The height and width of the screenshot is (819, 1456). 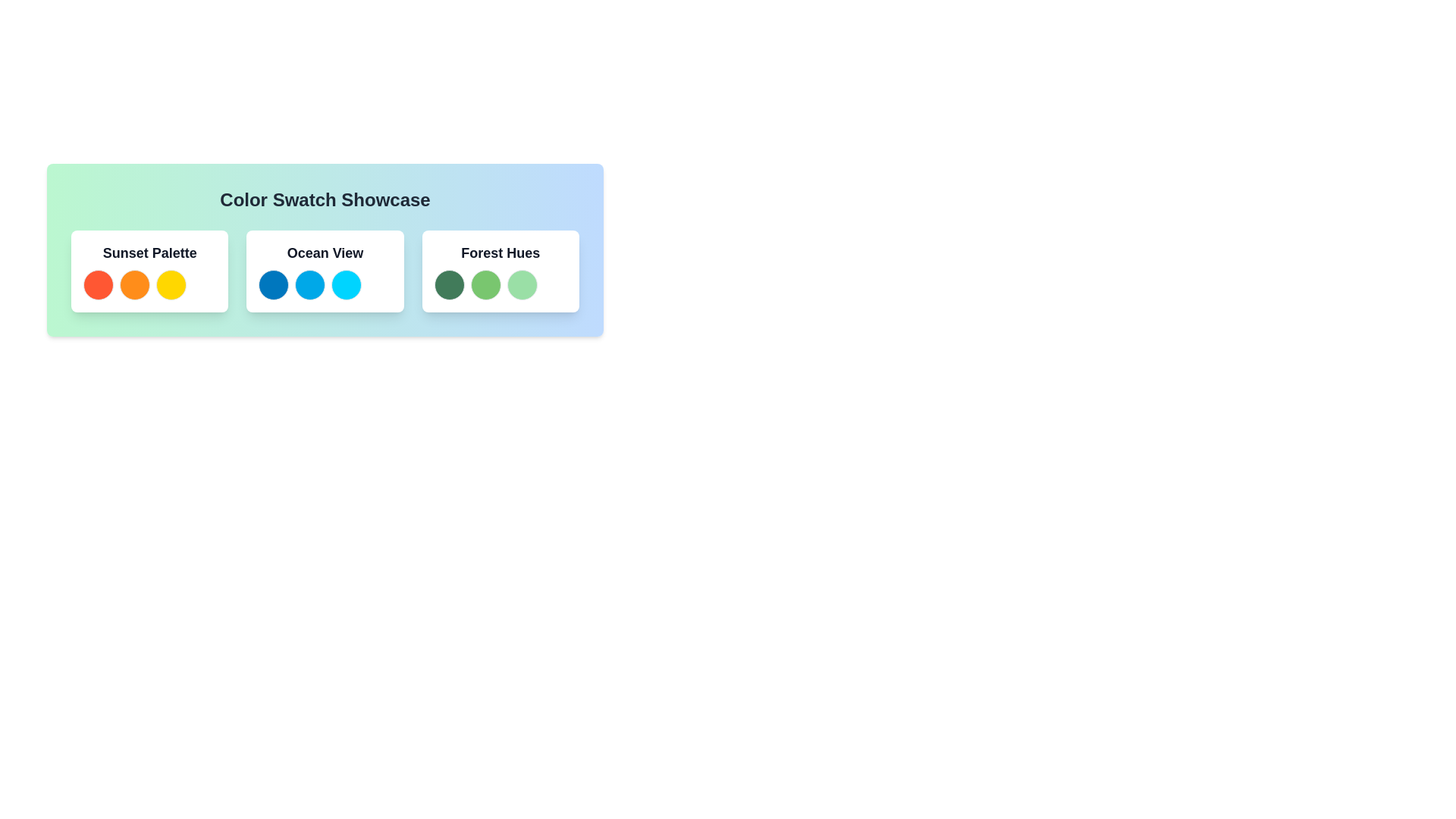 What do you see at coordinates (309, 284) in the screenshot?
I see `the second circular color swatch representing a specific blue color within the 'Ocean View' theme` at bounding box center [309, 284].